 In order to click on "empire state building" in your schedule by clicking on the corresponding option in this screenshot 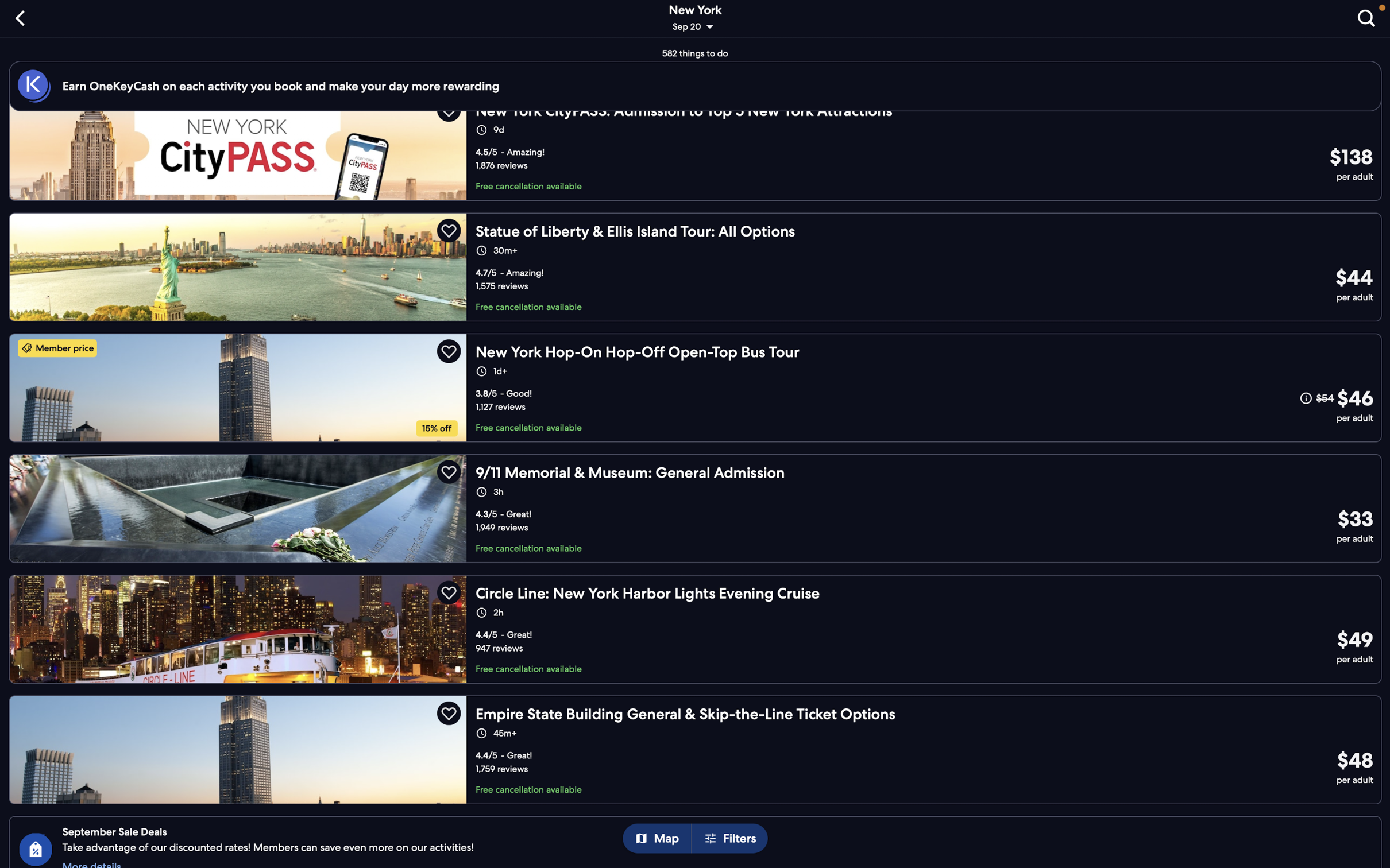, I will do `click(699, 746)`.